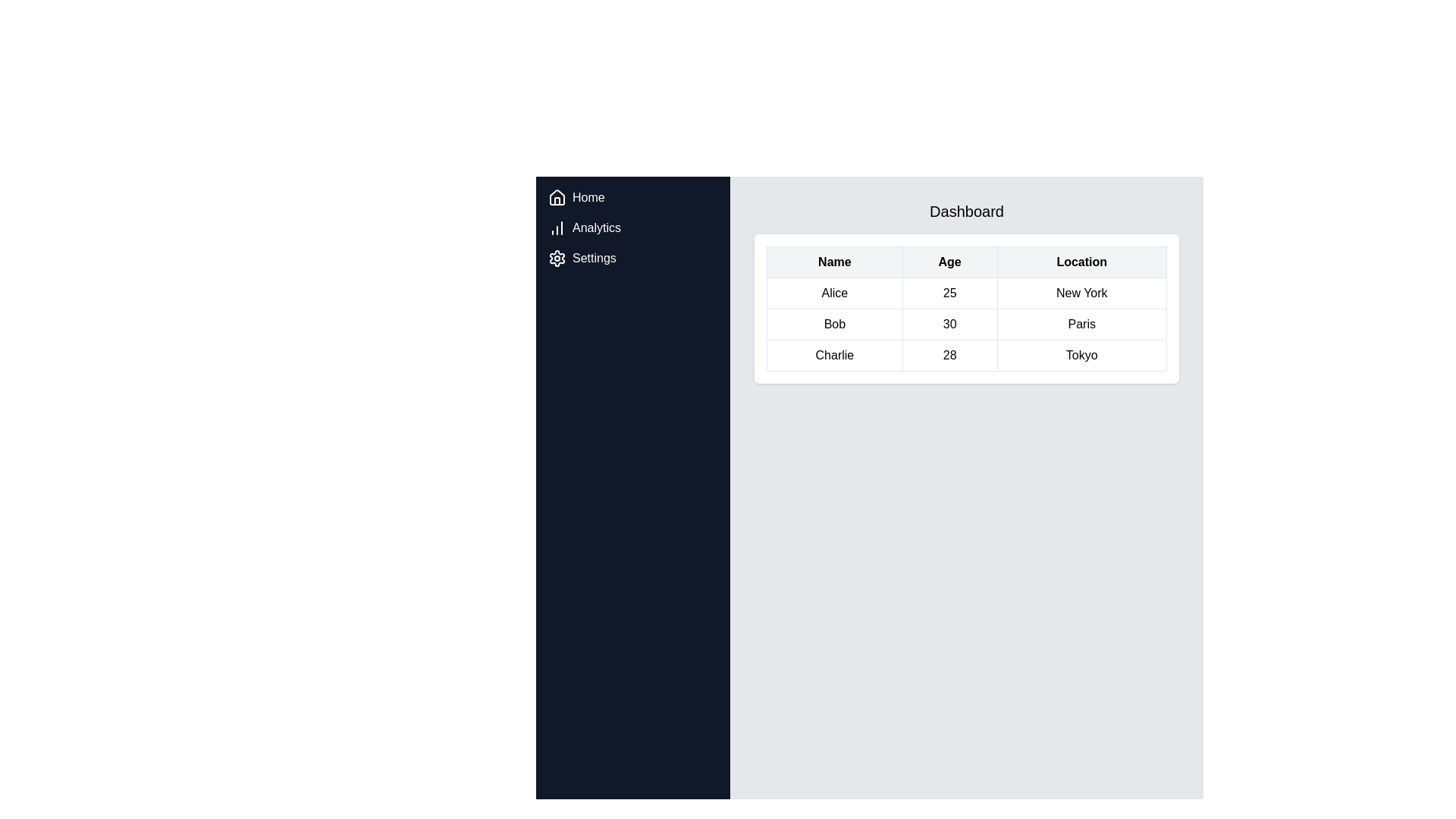 The height and width of the screenshot is (819, 1456). I want to click on the 'Location' column header in the table, which is the third header aligned with 'Name' and 'Age' under the 'Dashboard' title, so click(1081, 262).